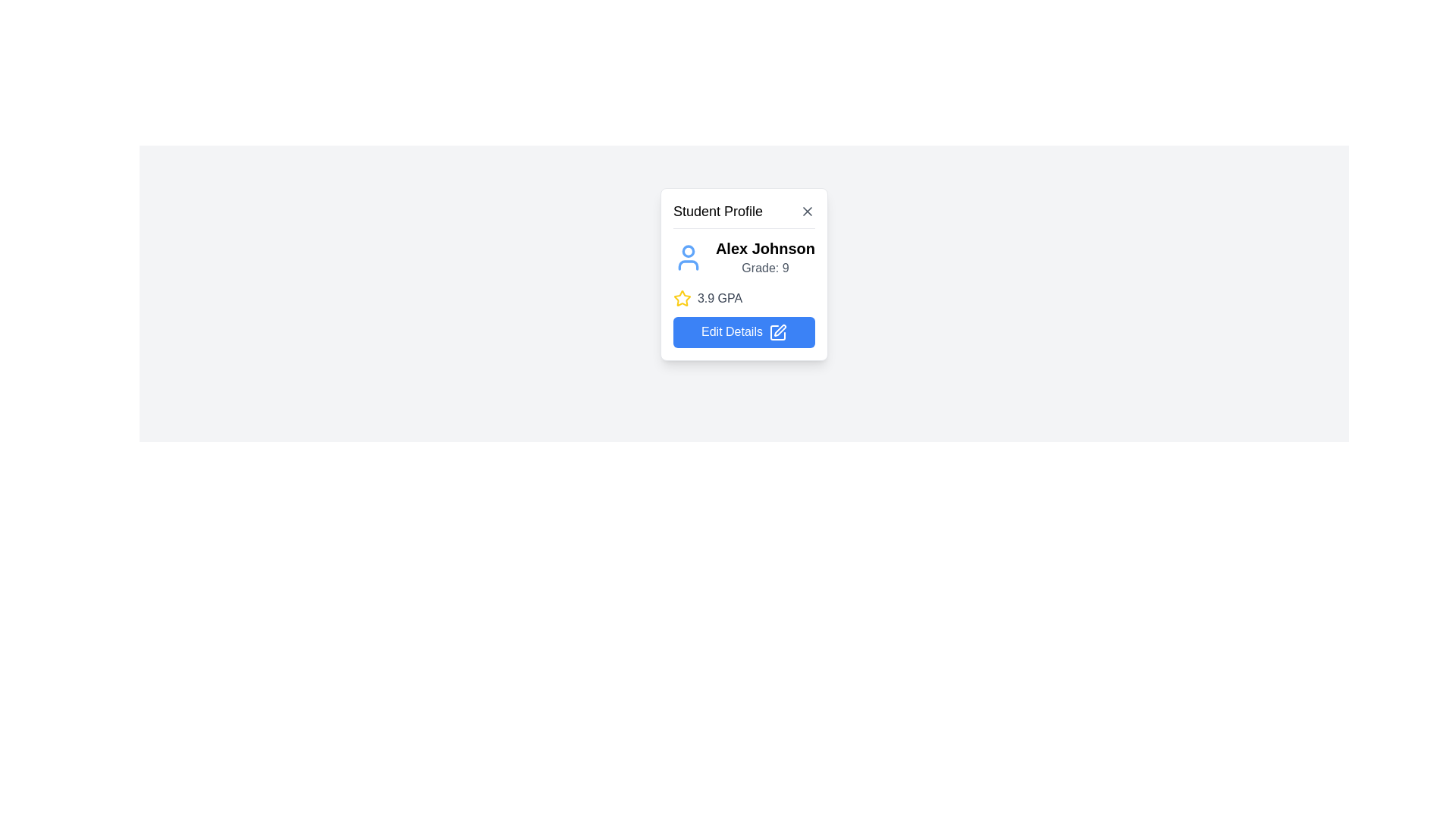 The height and width of the screenshot is (819, 1456). What do you see at coordinates (765, 256) in the screenshot?
I see `the Text Display element that shows the name and grade of a student, which is centrally located within a card structure and directly to the right of an icon` at bounding box center [765, 256].